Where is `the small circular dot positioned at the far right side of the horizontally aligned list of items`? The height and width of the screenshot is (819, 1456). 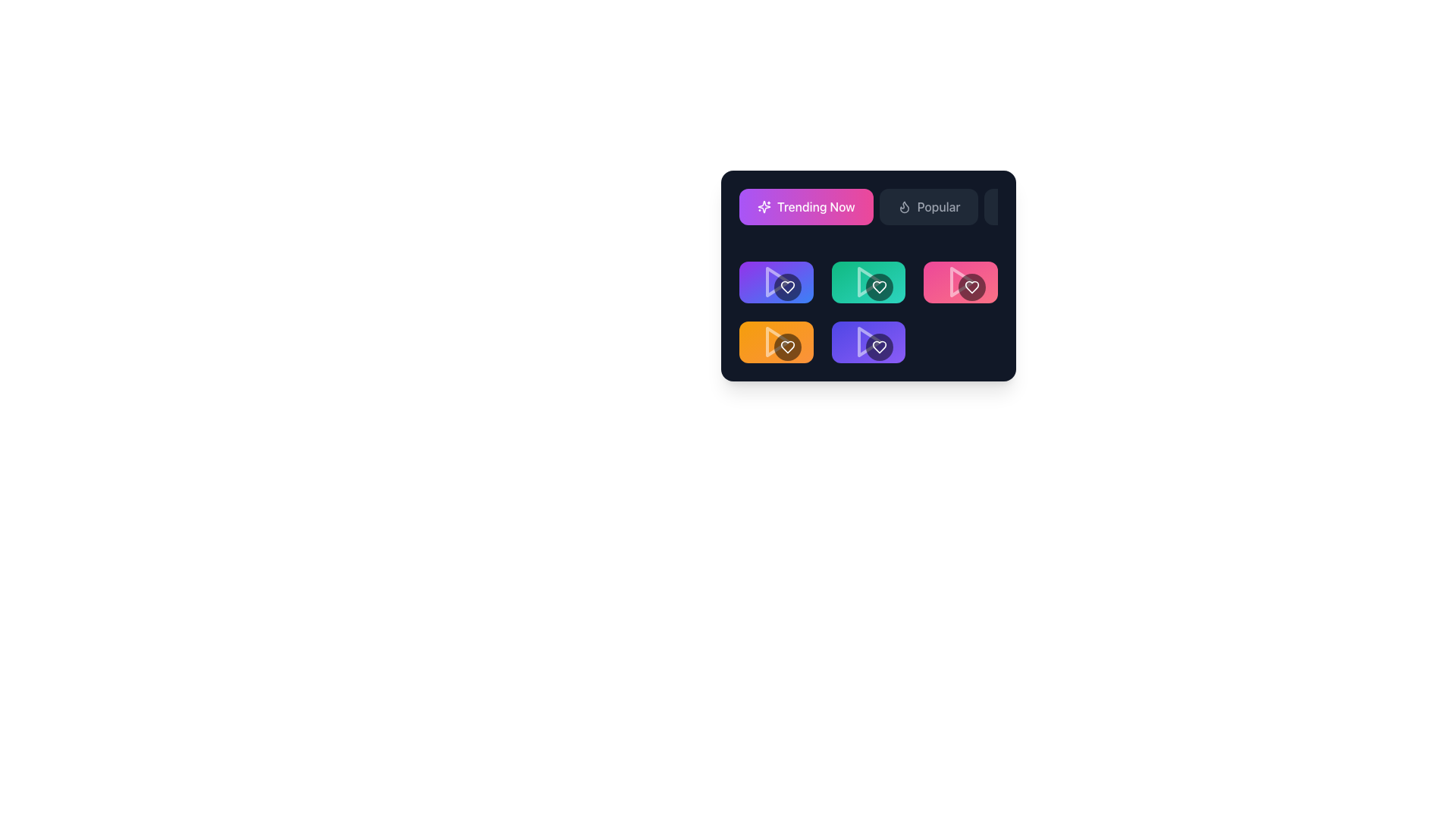
the small circular dot positioned at the far right side of the horizontally aligned list of items is located at coordinates (1021, 334).